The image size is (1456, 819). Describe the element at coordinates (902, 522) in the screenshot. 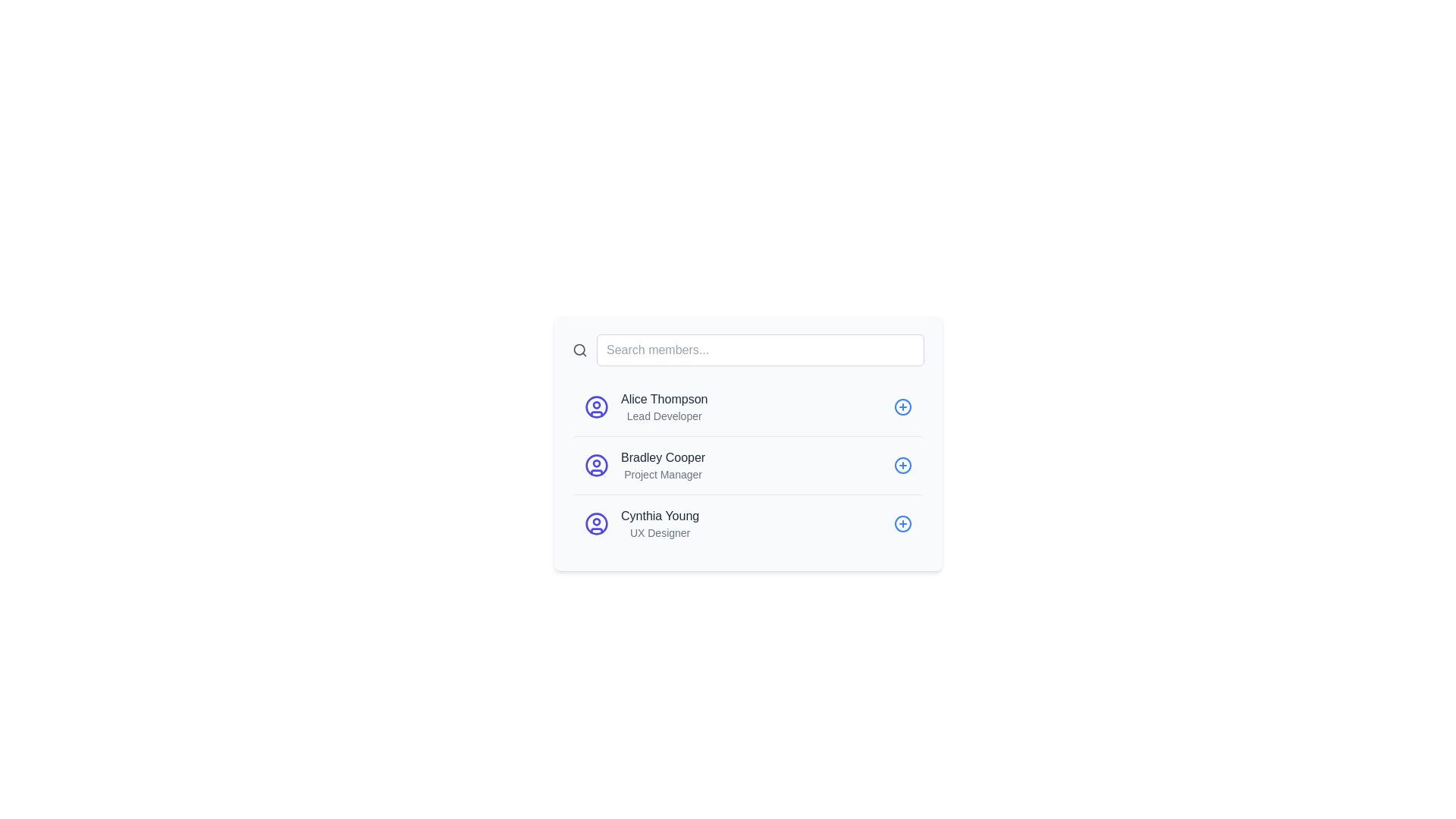

I see `the center of the Circle icon associated with the action button for 'Cynthia Young'` at that location.